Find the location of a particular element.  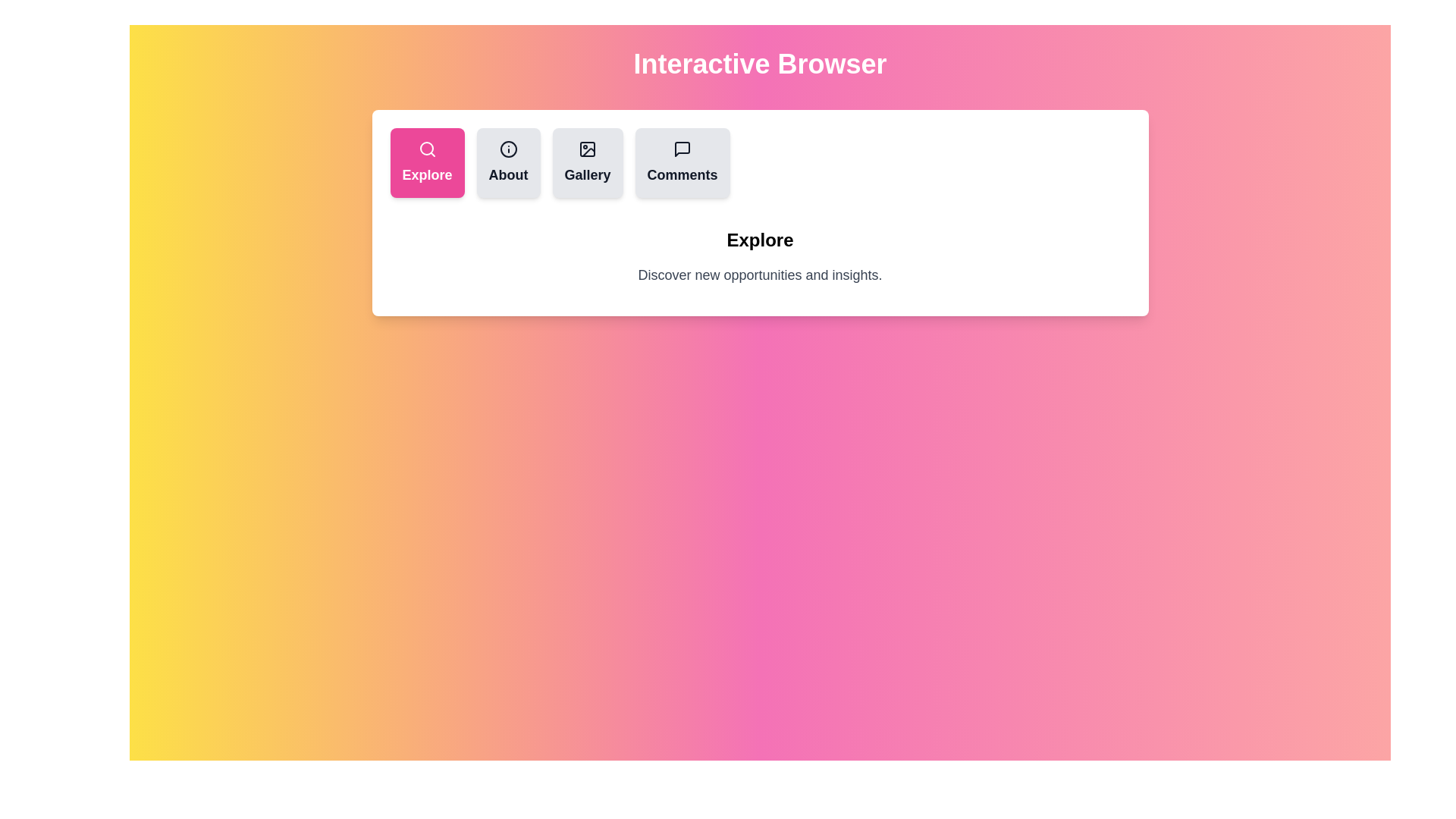

the tab button labeled Comments to observe the visual feedback effect is located at coordinates (682, 163).